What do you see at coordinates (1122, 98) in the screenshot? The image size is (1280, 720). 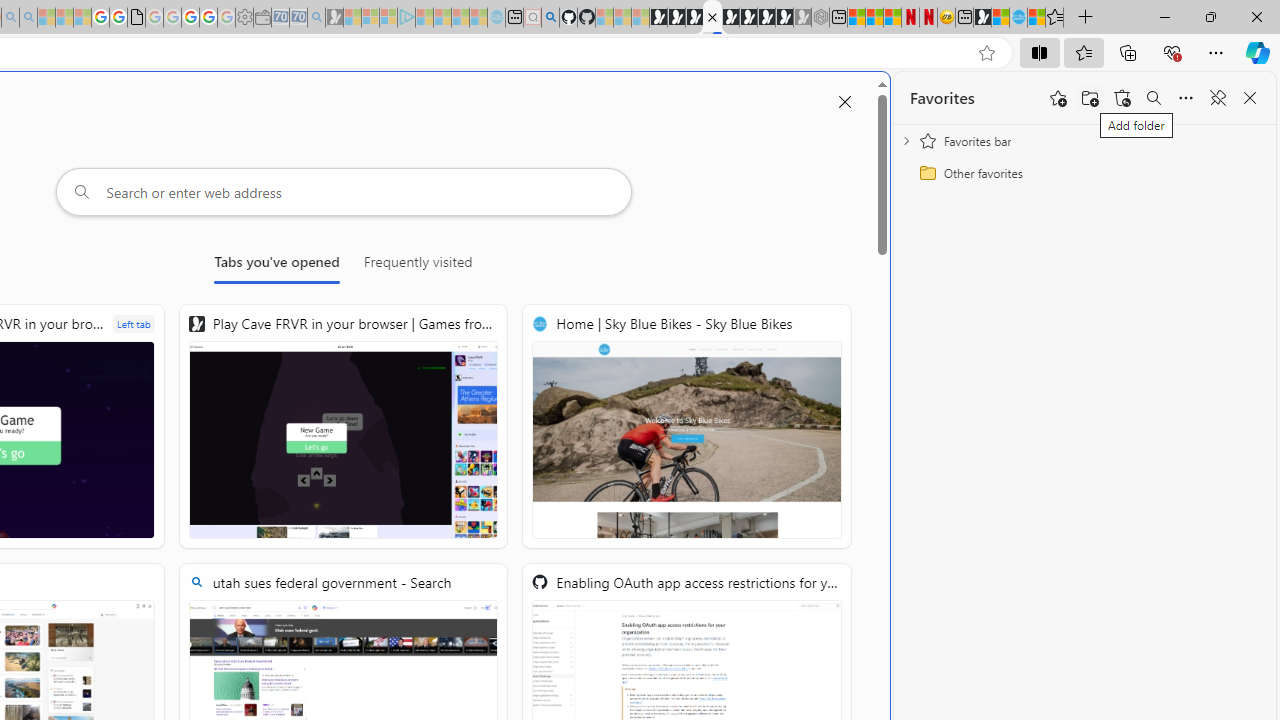 I see `'Restore deleted favorites'` at bounding box center [1122, 98].